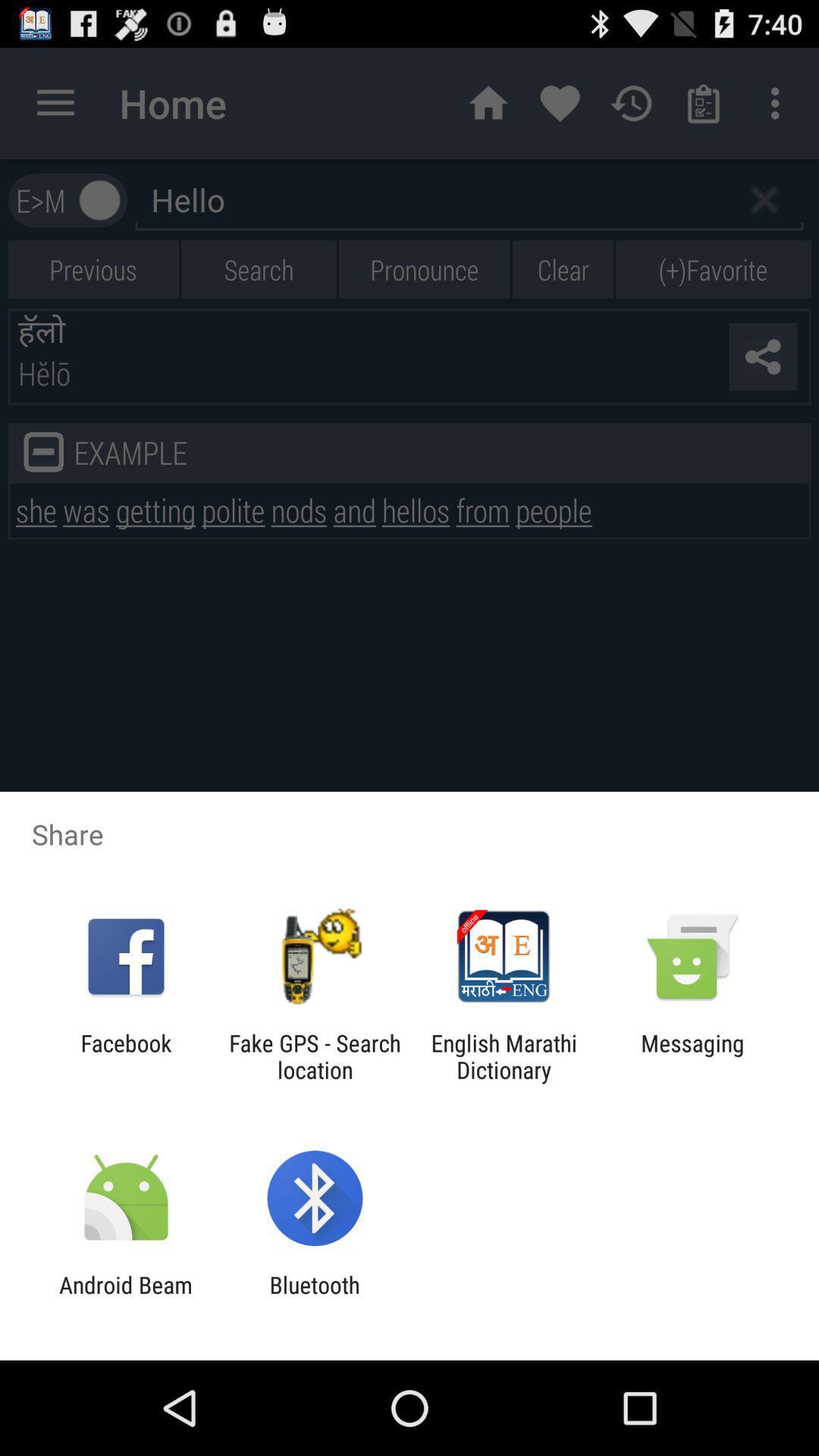 The width and height of the screenshot is (819, 1456). What do you see at coordinates (125, 1298) in the screenshot?
I see `the icon next to bluetooth` at bounding box center [125, 1298].